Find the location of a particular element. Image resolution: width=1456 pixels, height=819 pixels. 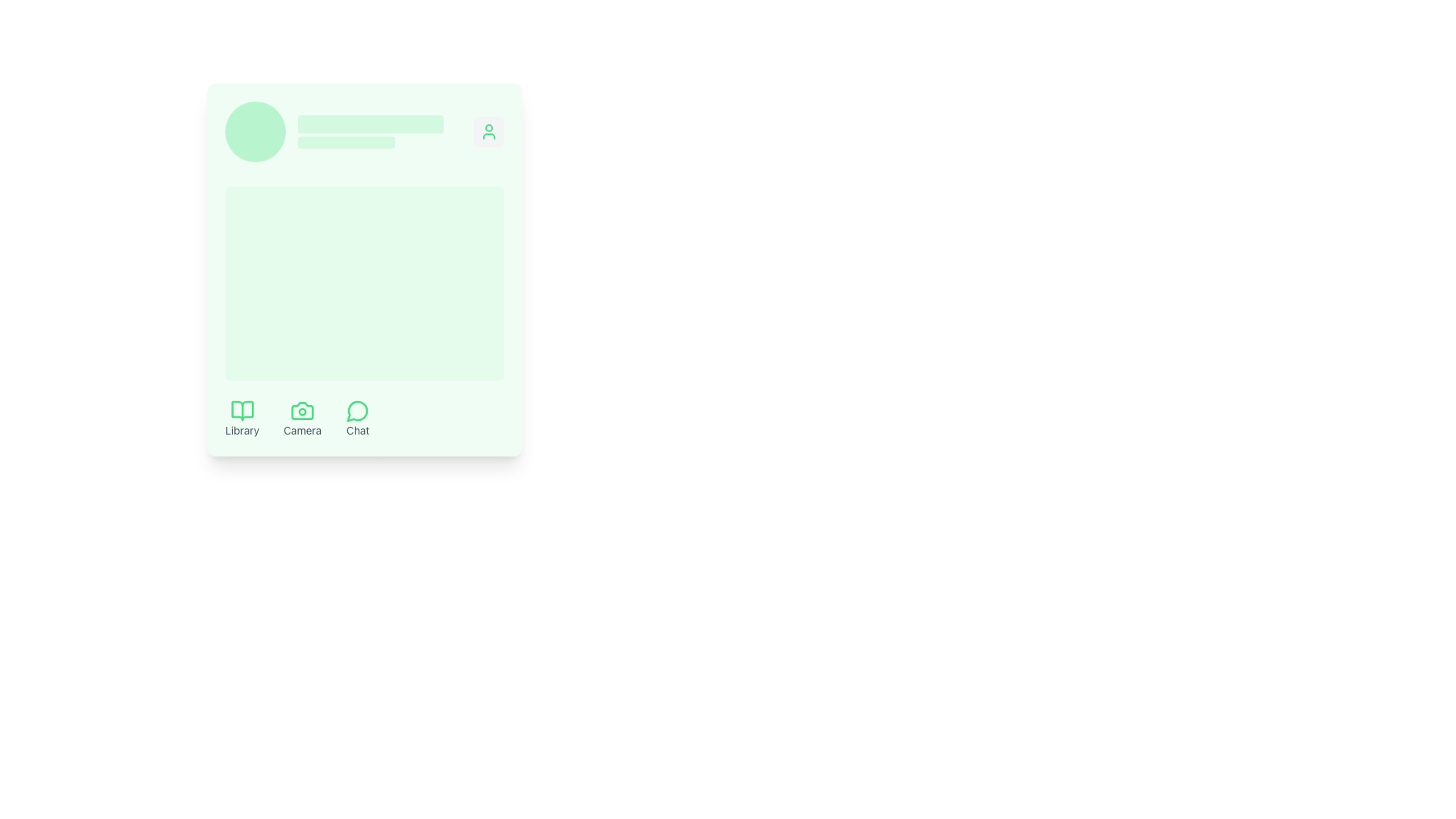

animation effect of the animated placeholder or loader component, which consists of two vertically stacked green rectangles with rounded corners, located in the upper section of the interface is located at coordinates (371, 130).